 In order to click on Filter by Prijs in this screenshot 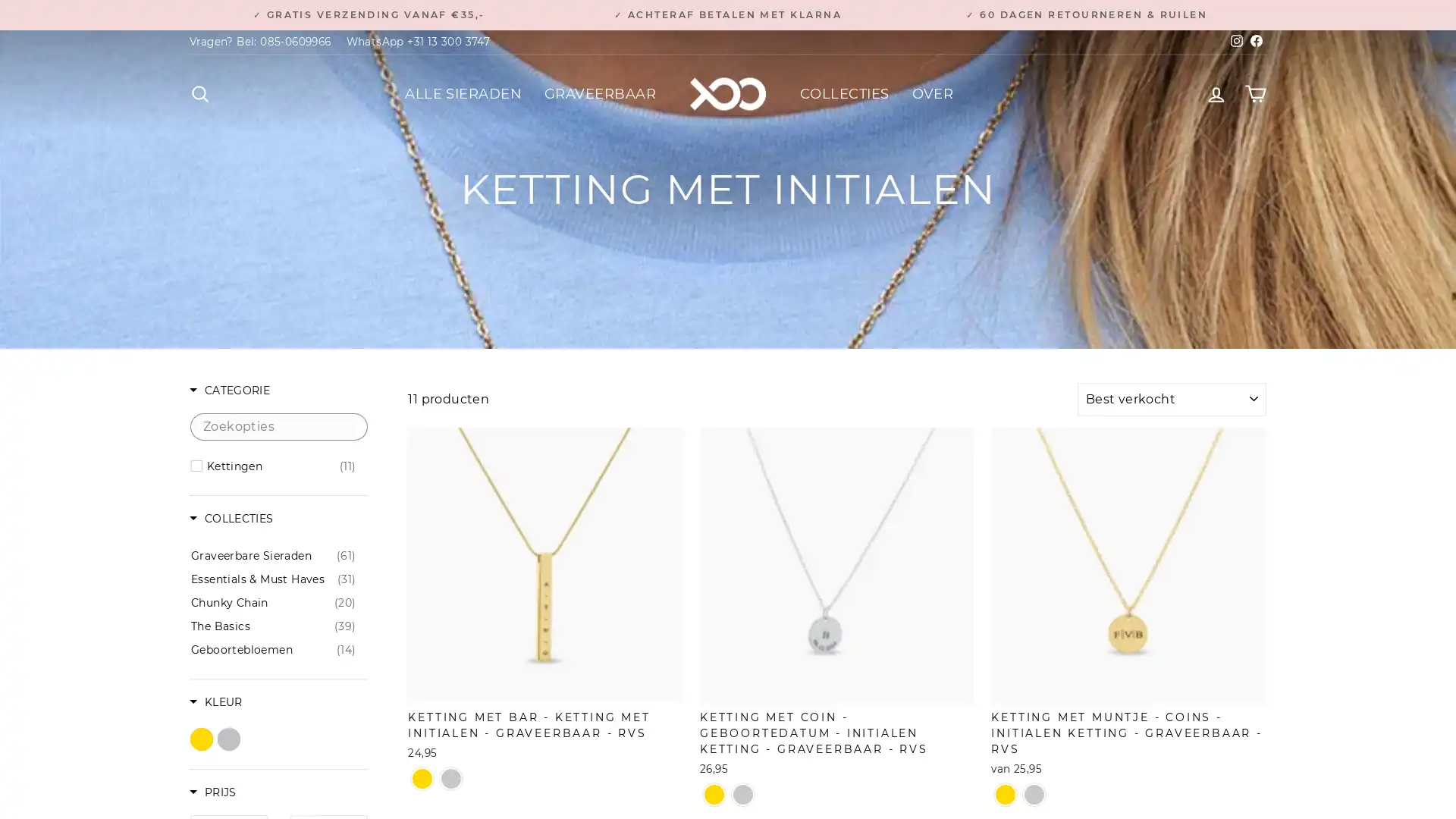, I will do `click(212, 792)`.